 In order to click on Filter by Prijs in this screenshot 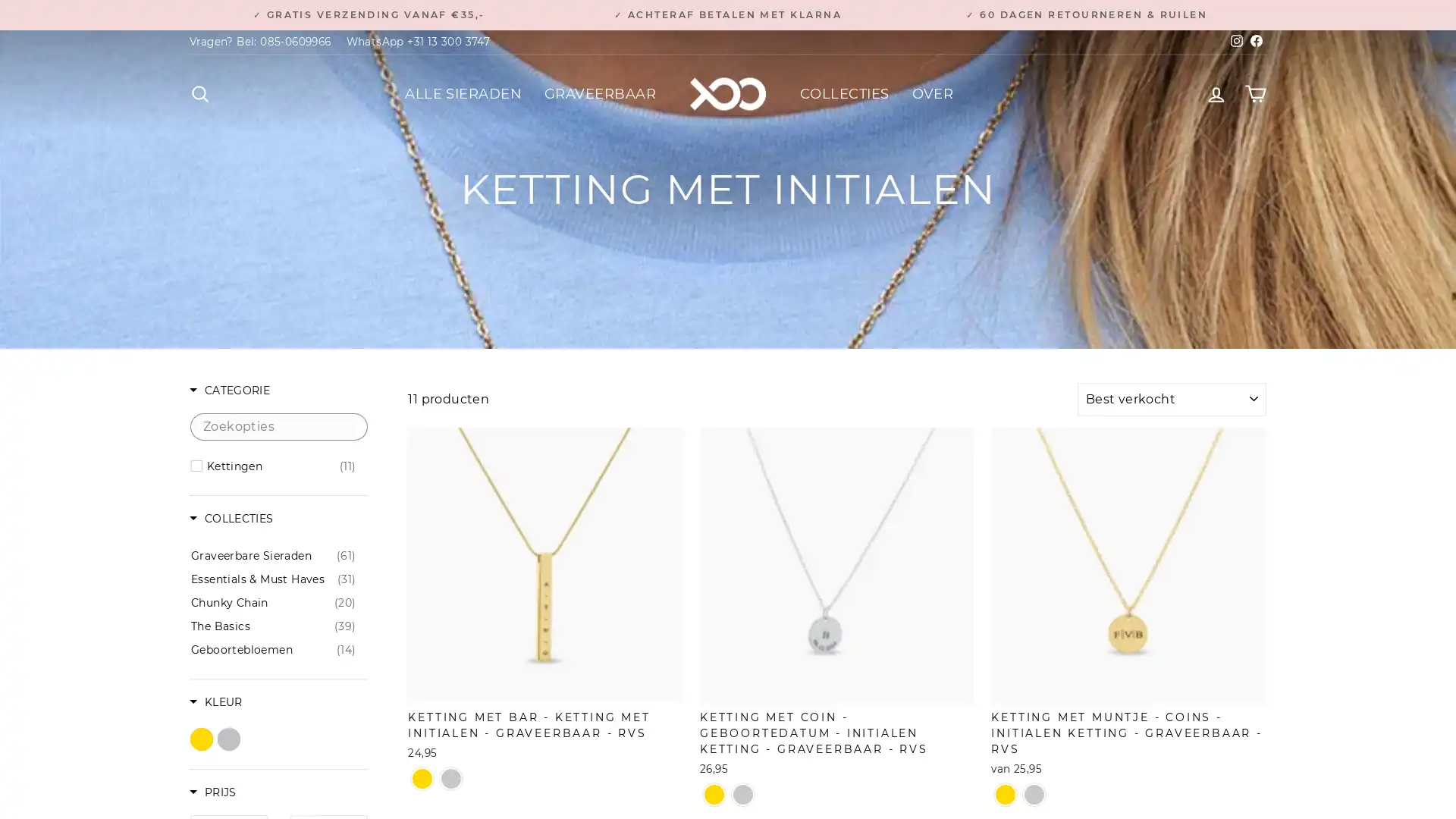, I will do `click(212, 792)`.